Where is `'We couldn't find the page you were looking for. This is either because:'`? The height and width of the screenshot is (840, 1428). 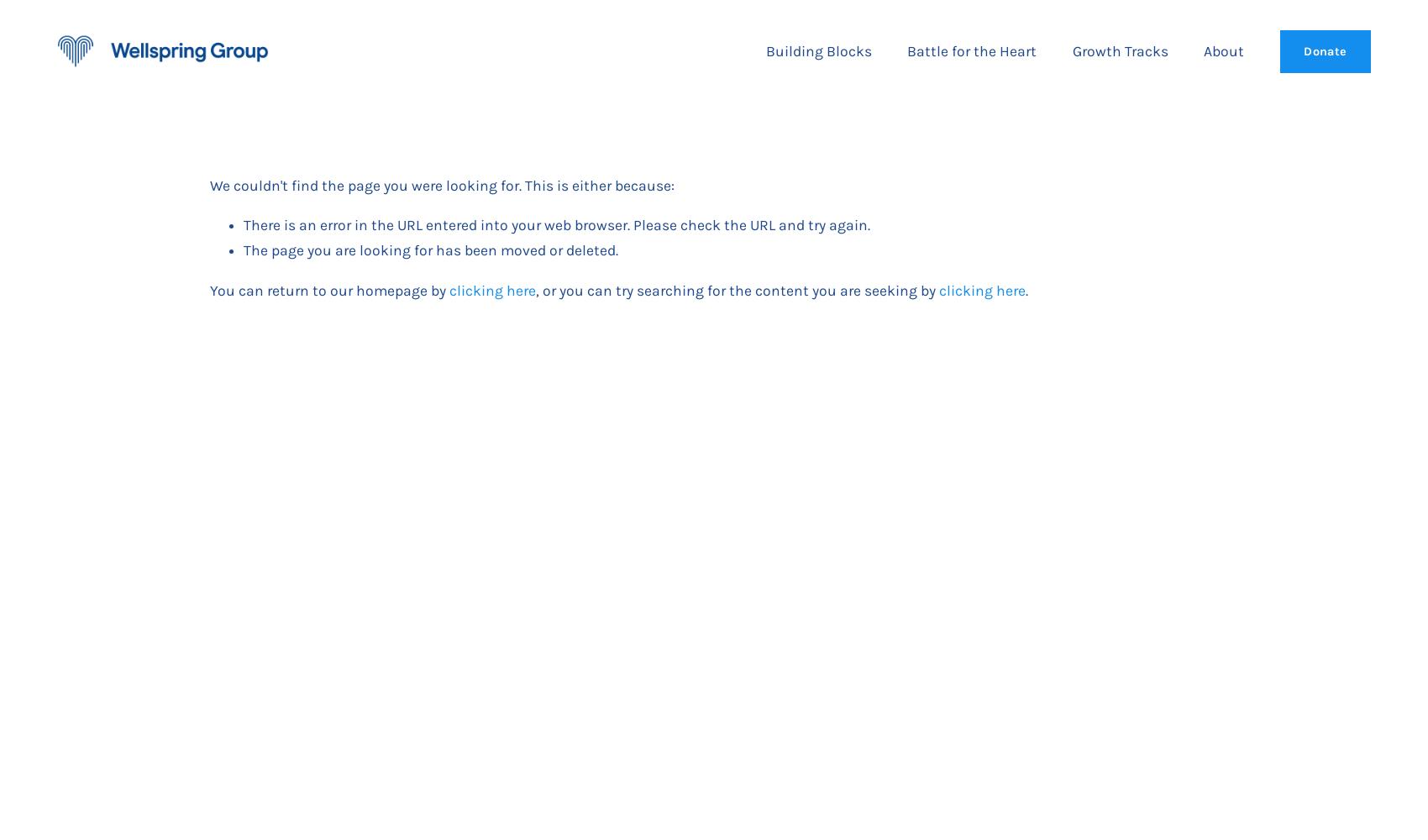 'We couldn't find the page you were looking for. This is either because:' is located at coordinates (210, 184).